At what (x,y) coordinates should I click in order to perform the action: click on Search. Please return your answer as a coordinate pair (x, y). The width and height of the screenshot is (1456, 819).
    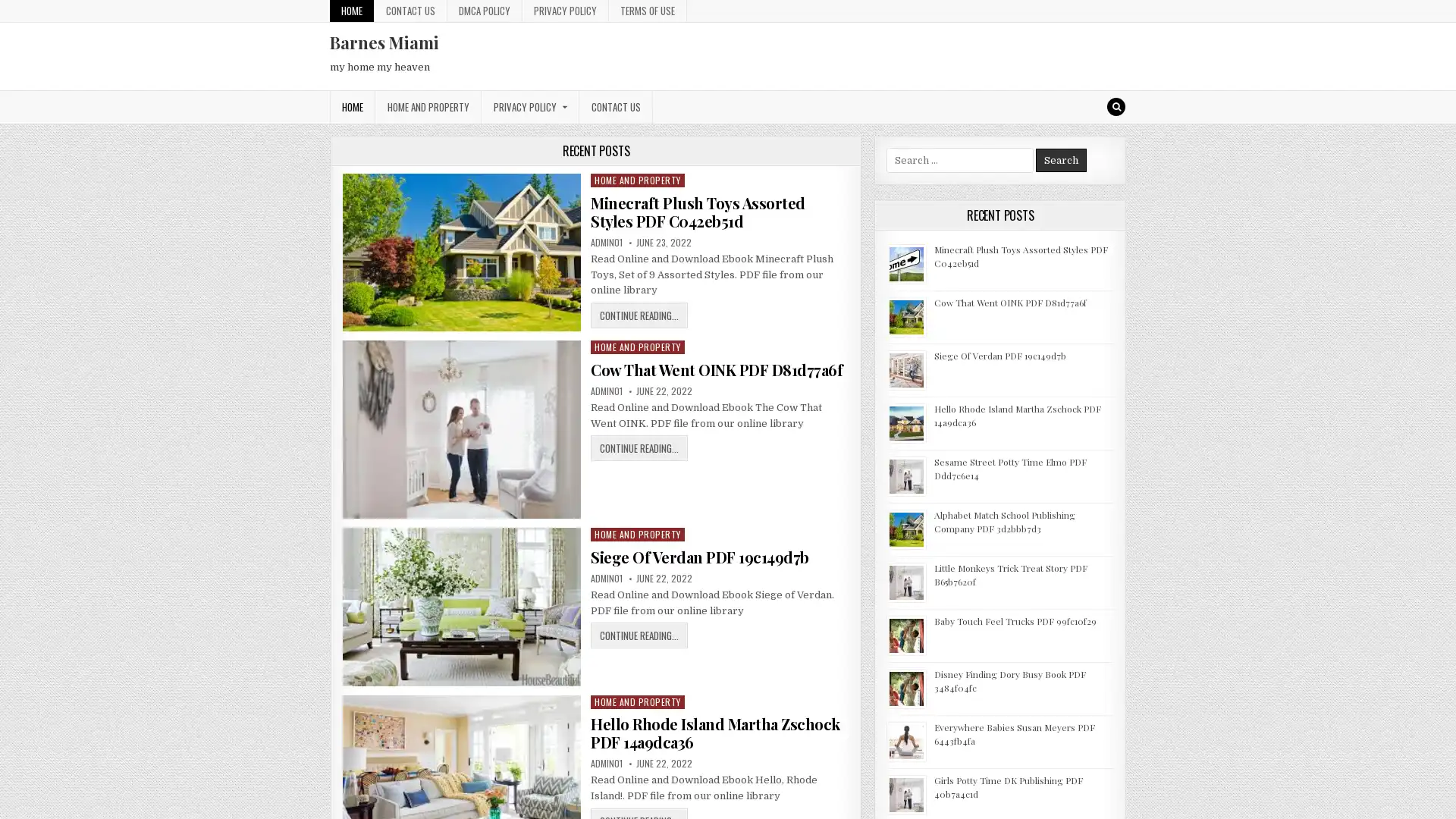
    Looking at the image, I should click on (1060, 160).